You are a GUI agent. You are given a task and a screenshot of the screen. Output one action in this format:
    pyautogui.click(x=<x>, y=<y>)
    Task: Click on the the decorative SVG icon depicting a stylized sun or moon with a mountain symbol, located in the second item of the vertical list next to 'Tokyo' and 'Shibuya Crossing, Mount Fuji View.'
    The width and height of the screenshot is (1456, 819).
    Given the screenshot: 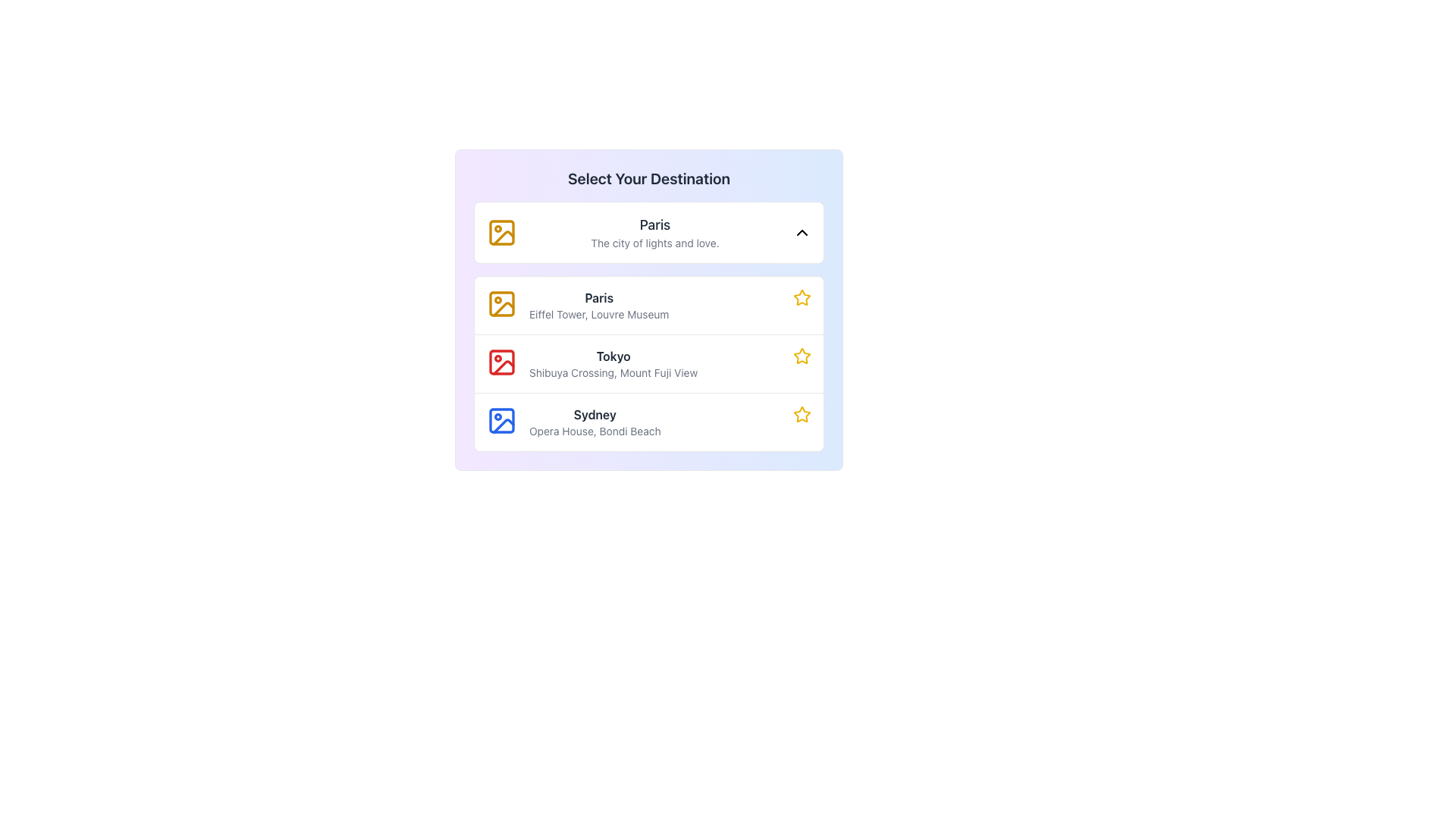 What is the action you would take?
    pyautogui.click(x=502, y=362)
    